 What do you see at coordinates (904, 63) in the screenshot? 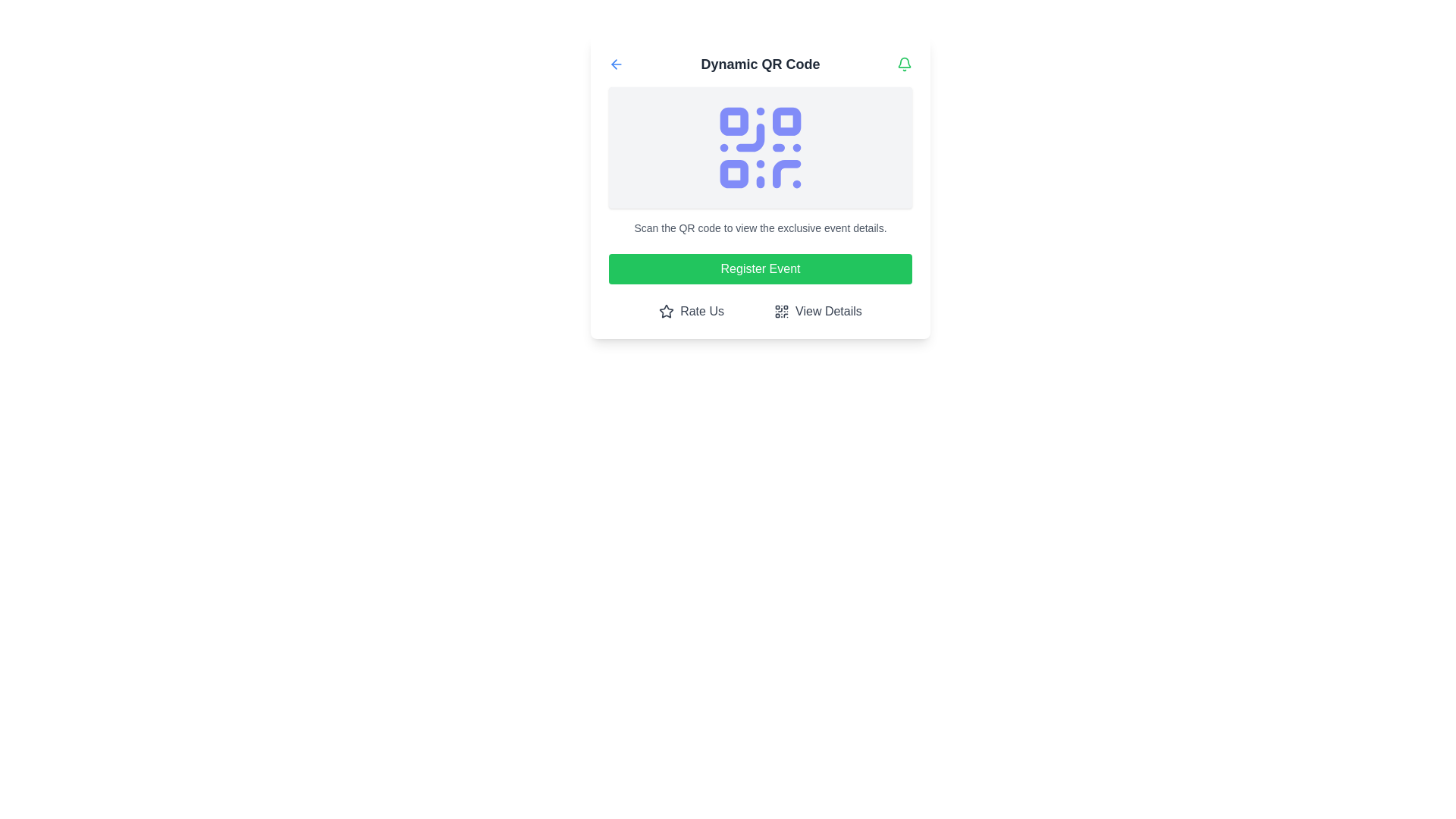
I see `the green bell icon located at the top-right corner of the interface` at bounding box center [904, 63].